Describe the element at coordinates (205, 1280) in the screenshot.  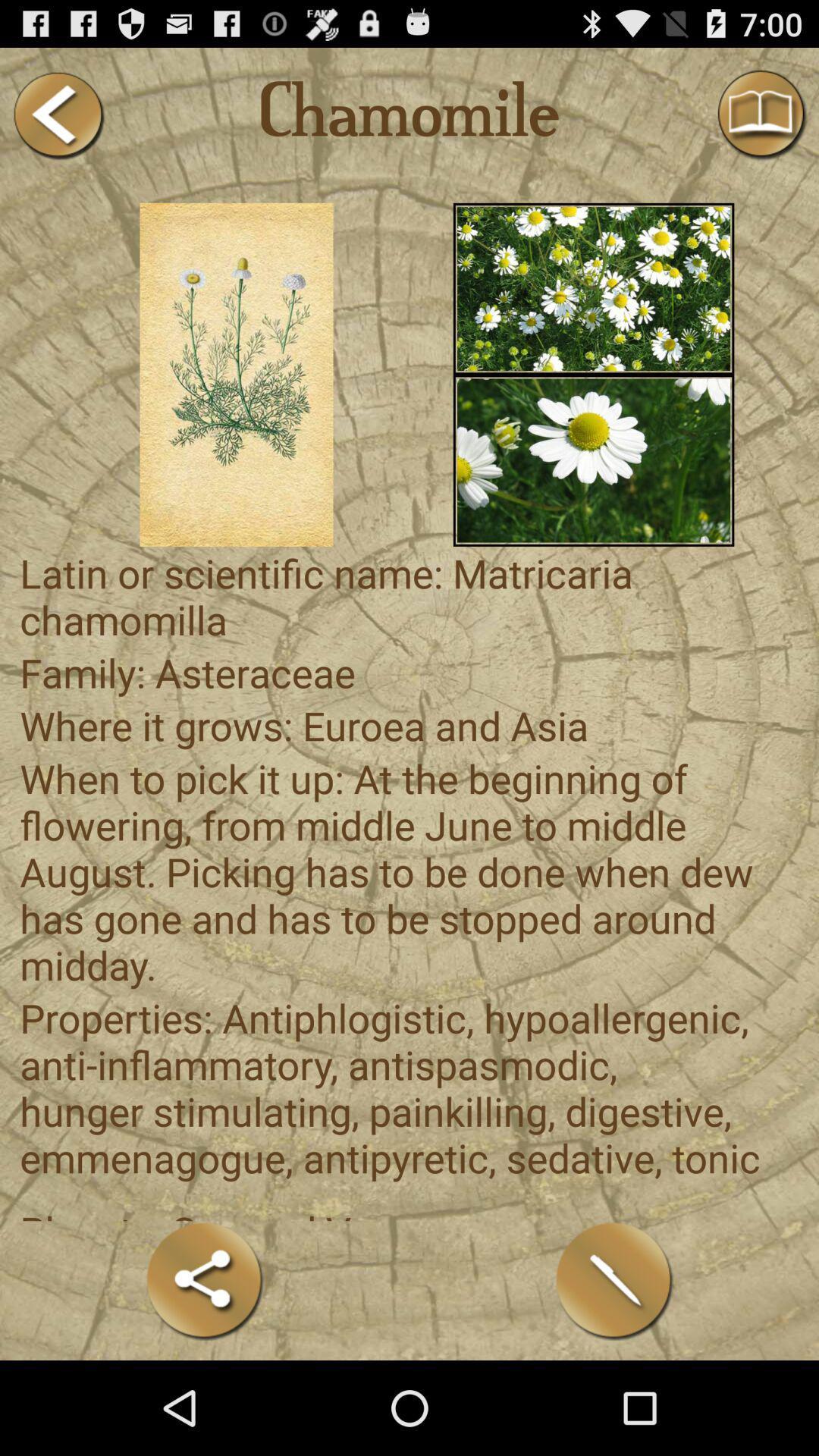
I see `the item below planets sun and app` at that location.